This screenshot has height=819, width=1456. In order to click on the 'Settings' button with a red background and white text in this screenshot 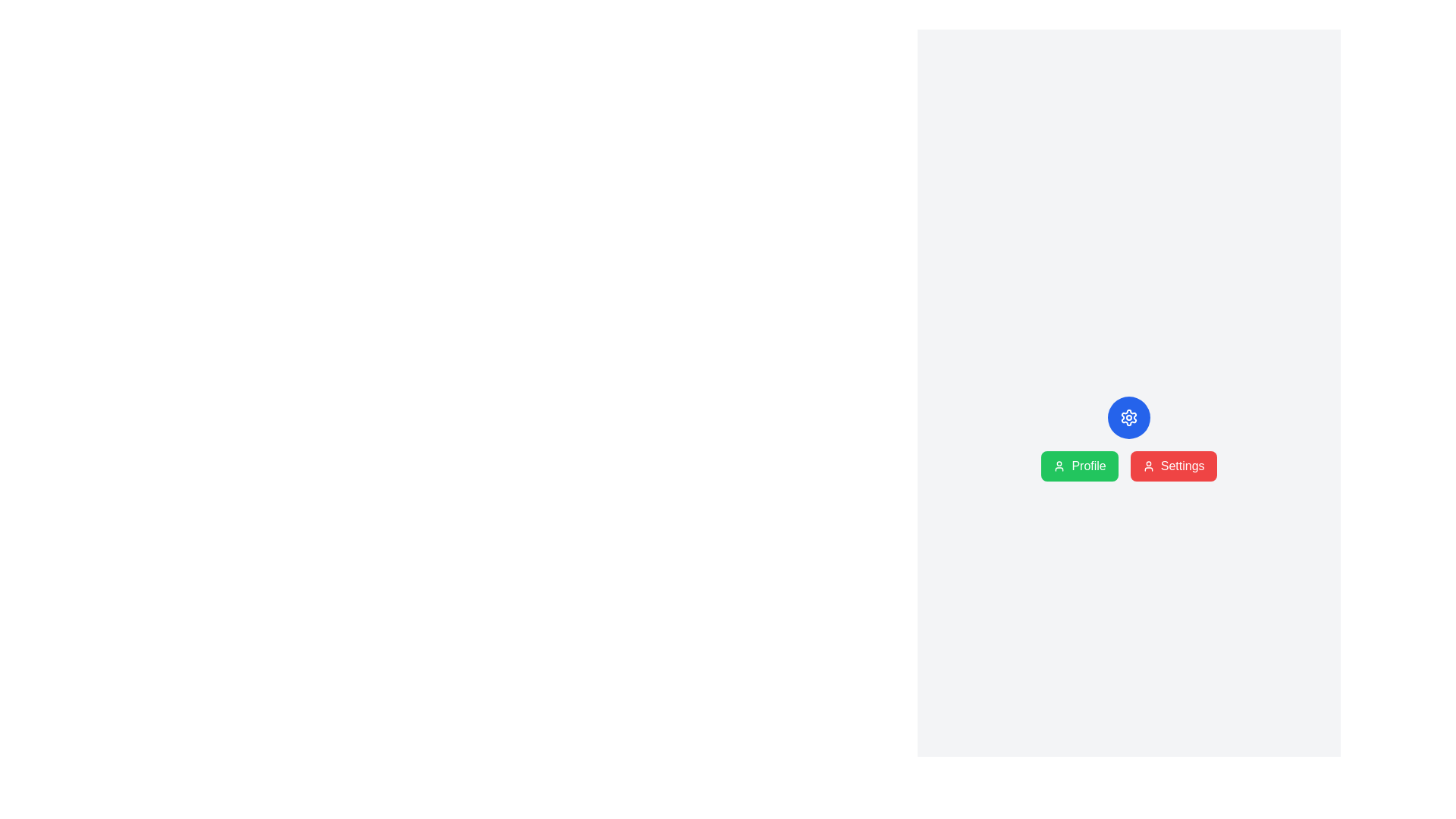, I will do `click(1172, 465)`.